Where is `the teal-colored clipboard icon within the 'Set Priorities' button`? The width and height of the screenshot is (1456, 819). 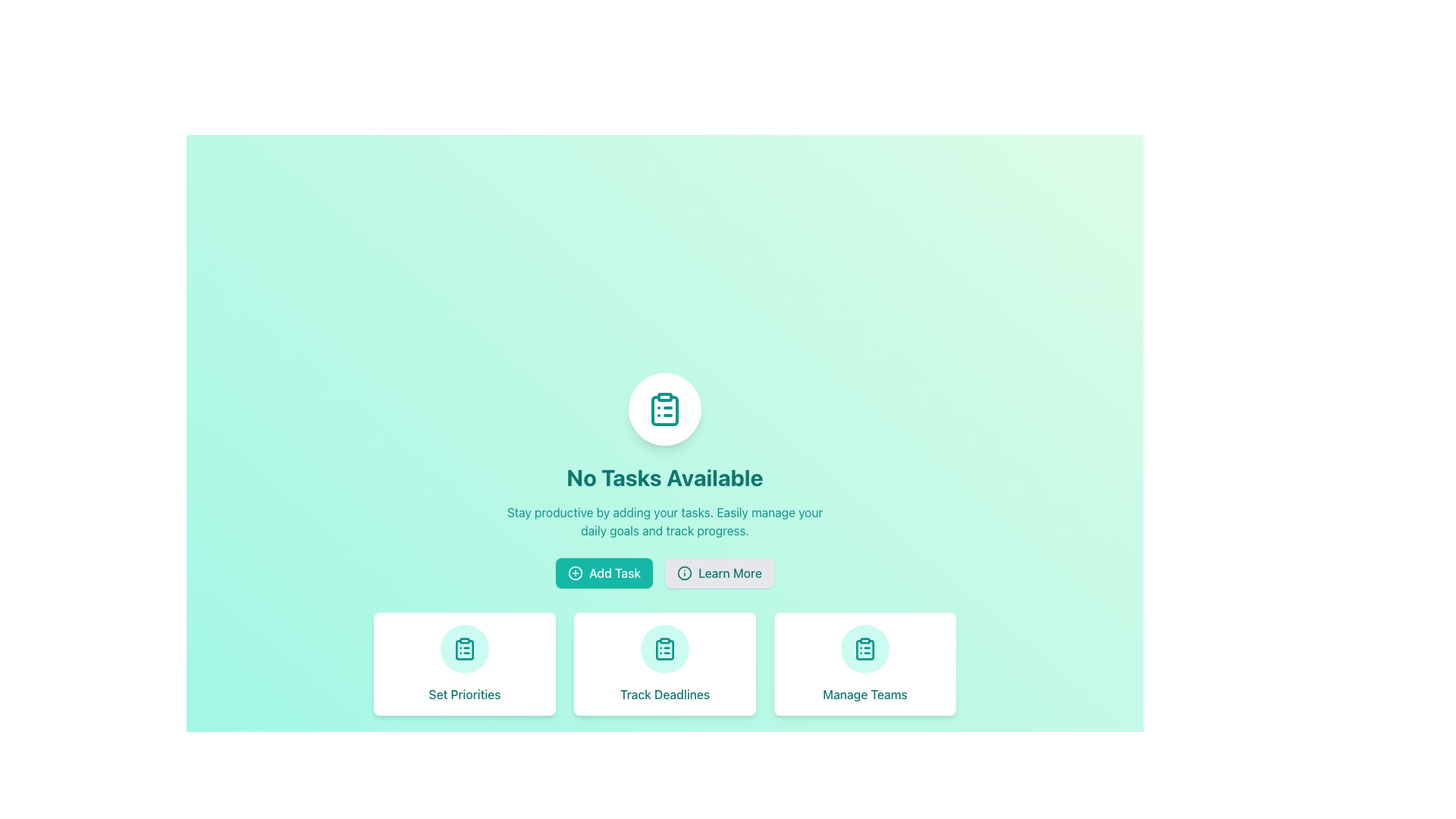
the teal-colored clipboard icon within the 'Set Priorities' button is located at coordinates (464, 648).